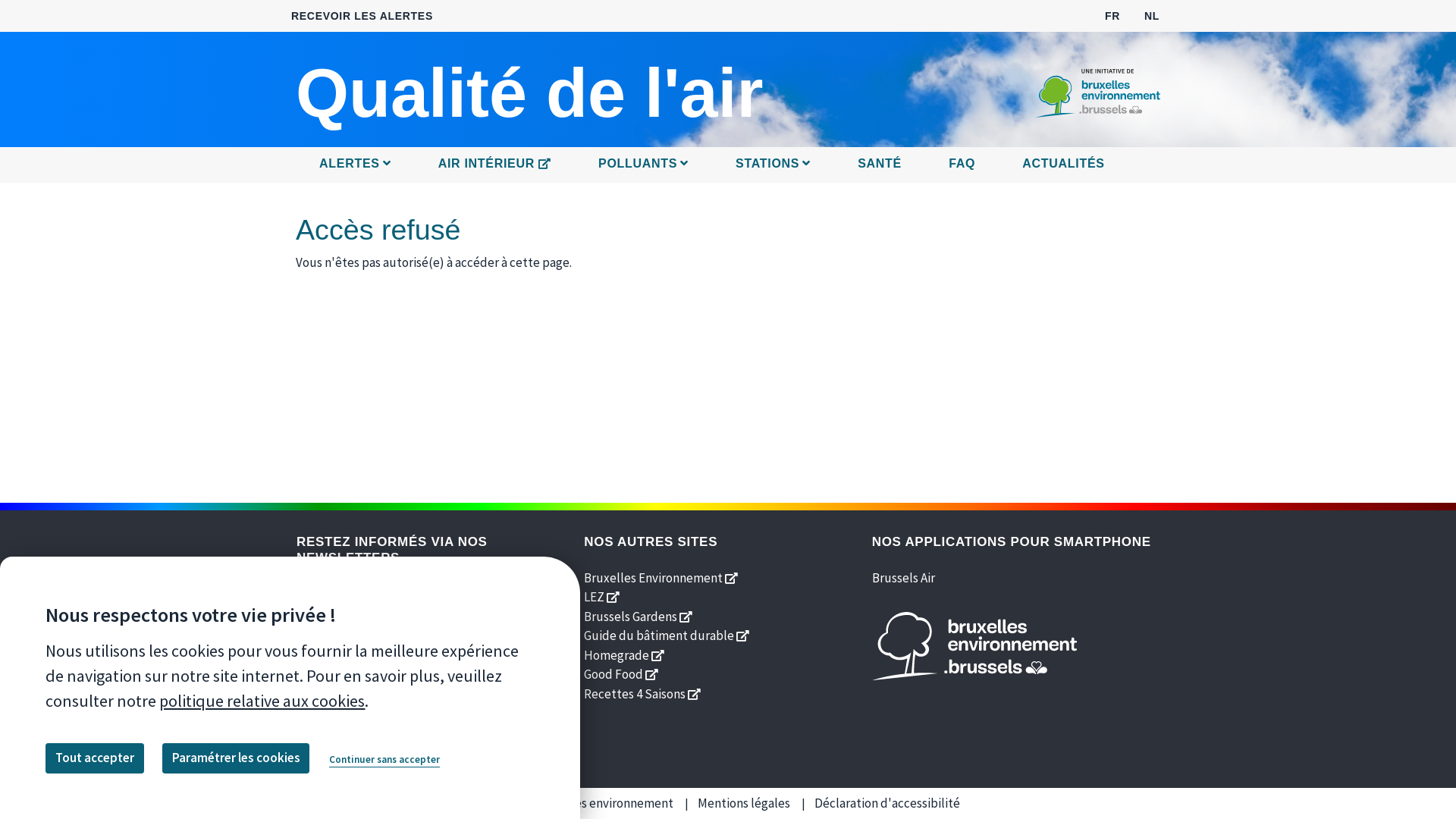 The height and width of the screenshot is (819, 1456). What do you see at coordinates (361, 16) in the screenshot?
I see `'RECEVOIR LES ALERTES'` at bounding box center [361, 16].